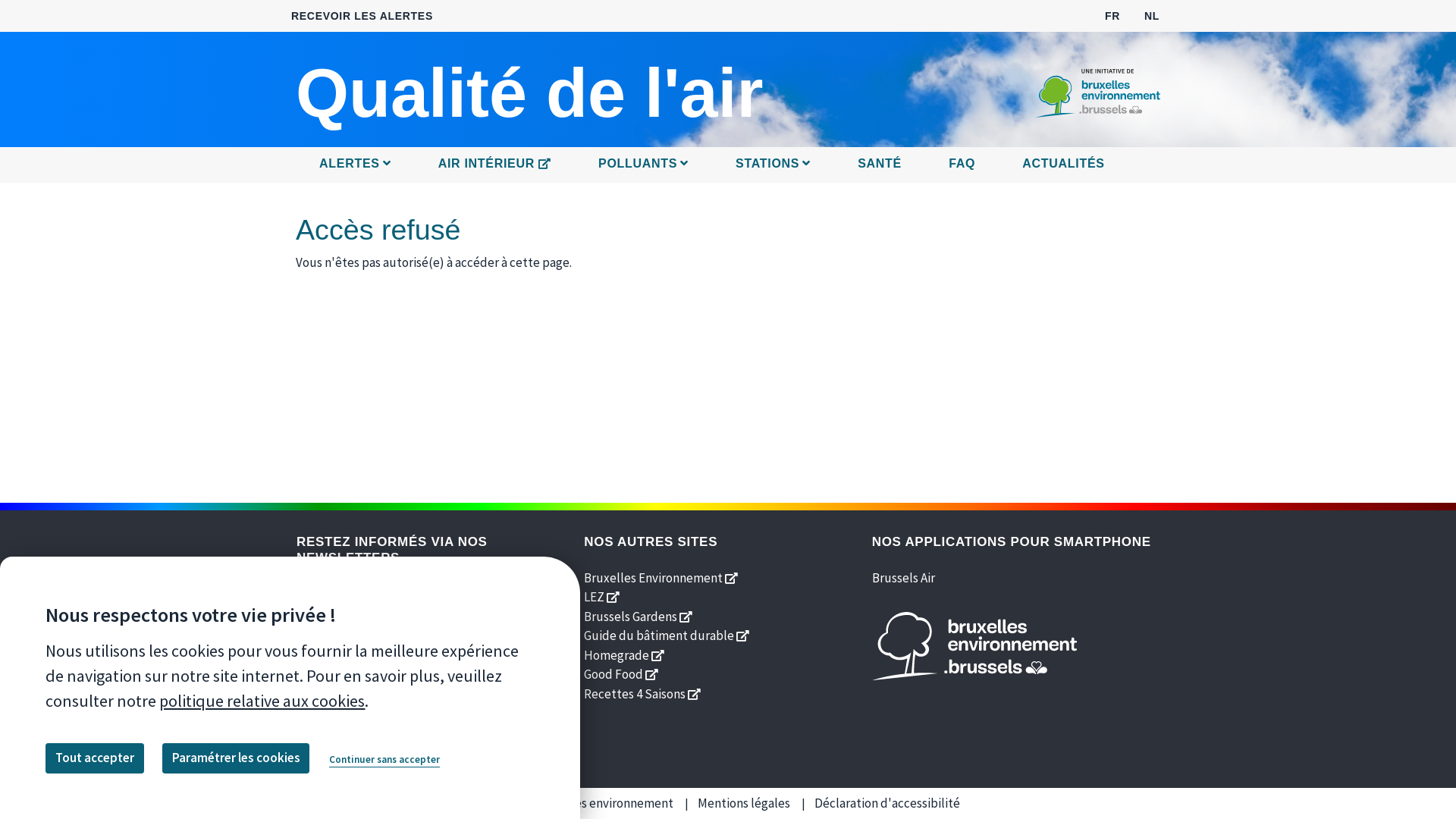 The height and width of the screenshot is (819, 1456). What do you see at coordinates (361, 16) in the screenshot?
I see `'RECEVOIR LES ALERTES'` at bounding box center [361, 16].